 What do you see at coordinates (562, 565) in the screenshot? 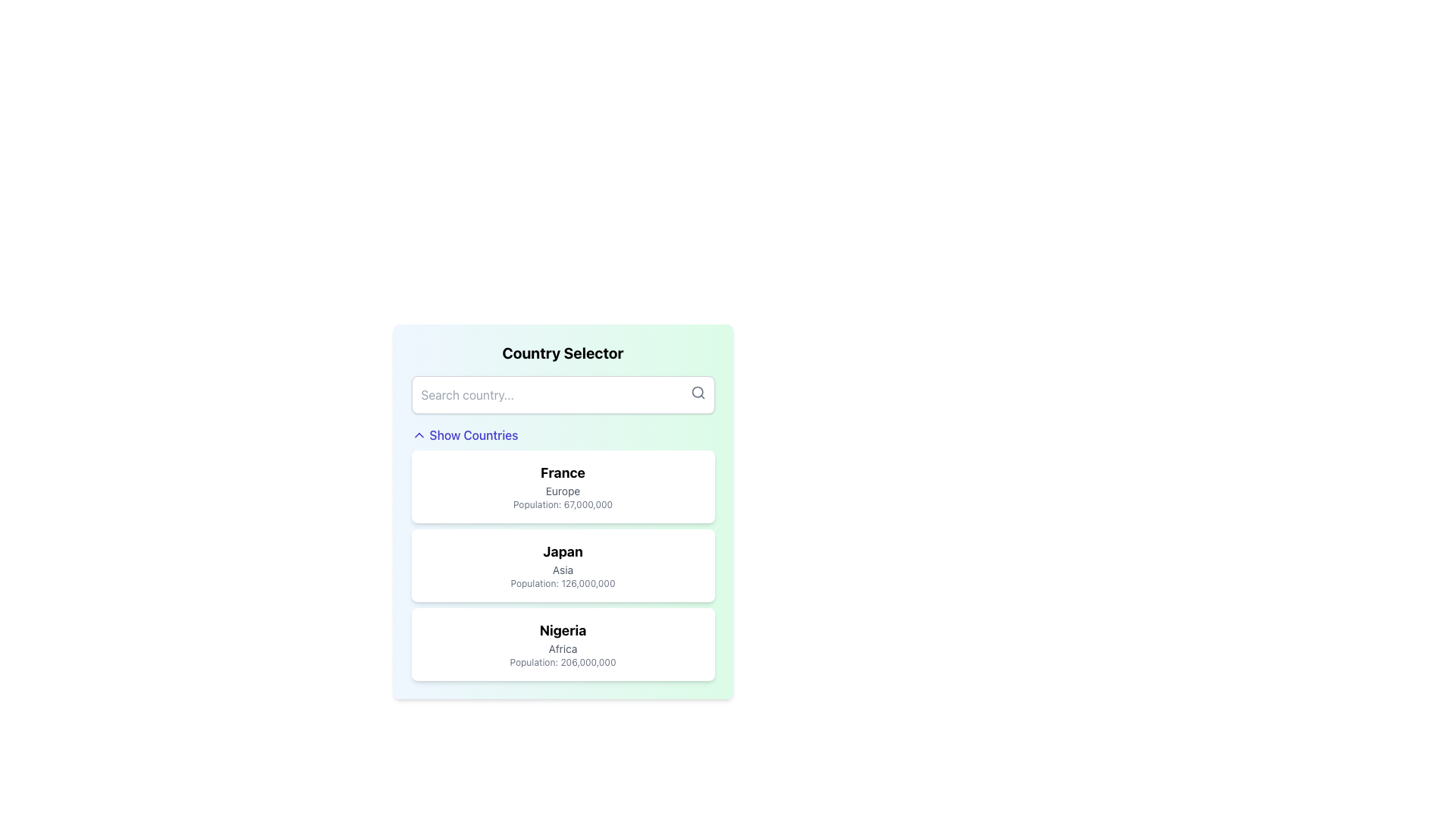
I see `the Informational Card displaying information about Japan, which is the second item in the vertical list of cards` at bounding box center [562, 565].